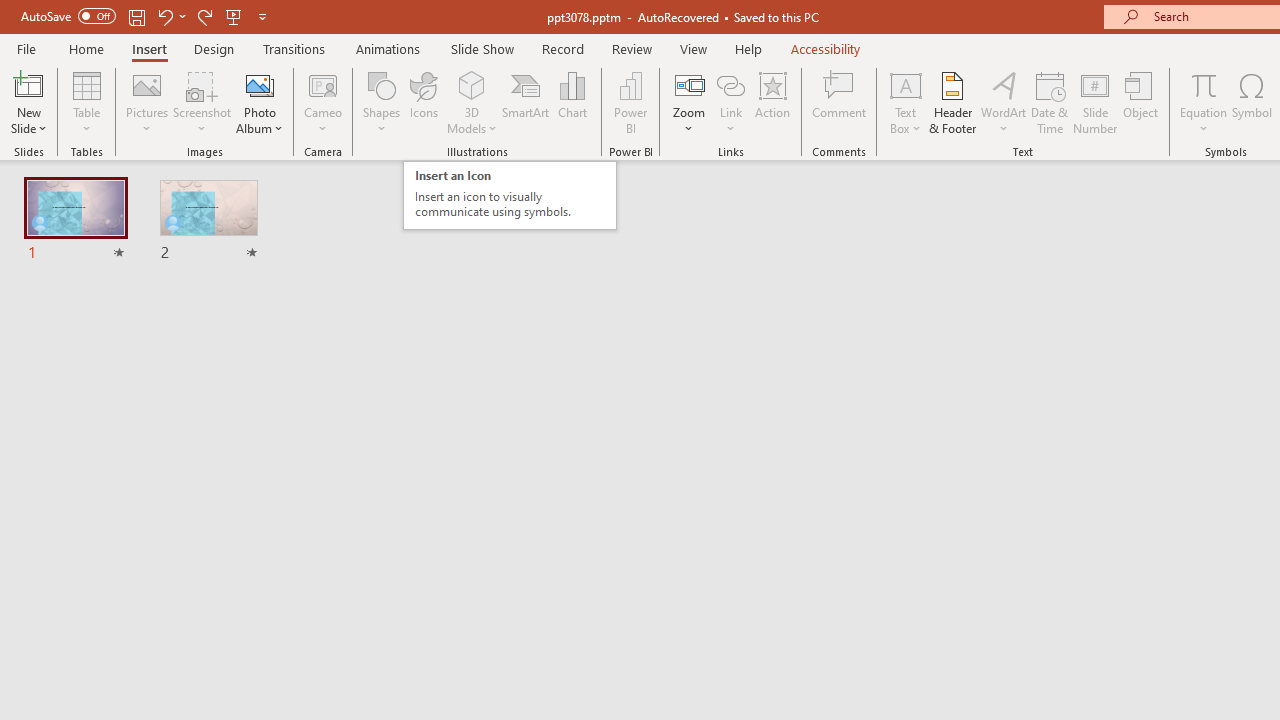  I want to click on 'Chart...', so click(571, 103).